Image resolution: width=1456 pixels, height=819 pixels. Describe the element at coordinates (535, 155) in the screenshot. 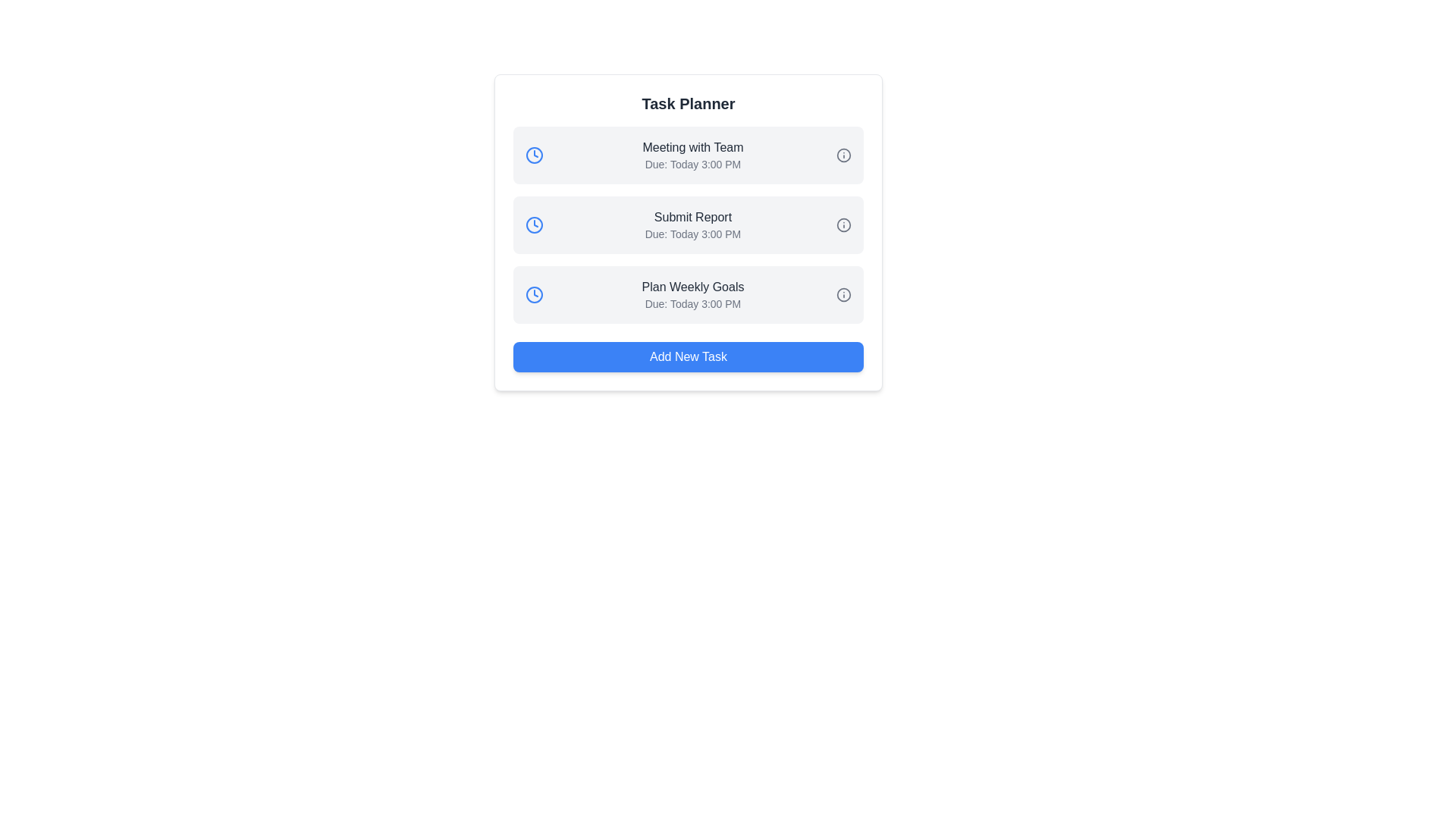

I see `the circular outline of the clock icon, which indicates the time for the 'Meeting with Team' task in the Task Planner` at that location.